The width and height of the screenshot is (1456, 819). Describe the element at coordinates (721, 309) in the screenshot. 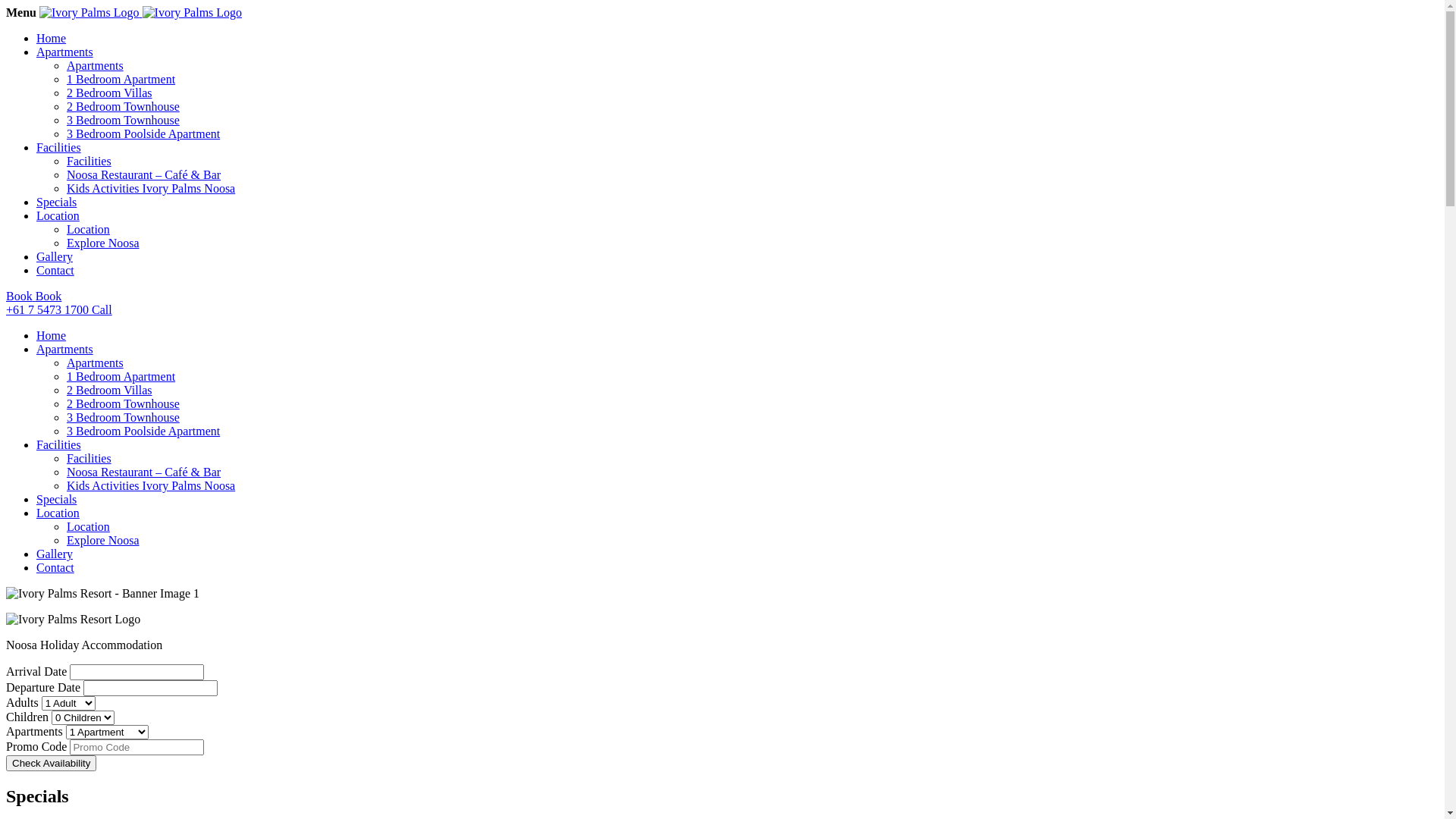

I see `'+61 7 5473 1700 Call'` at that location.